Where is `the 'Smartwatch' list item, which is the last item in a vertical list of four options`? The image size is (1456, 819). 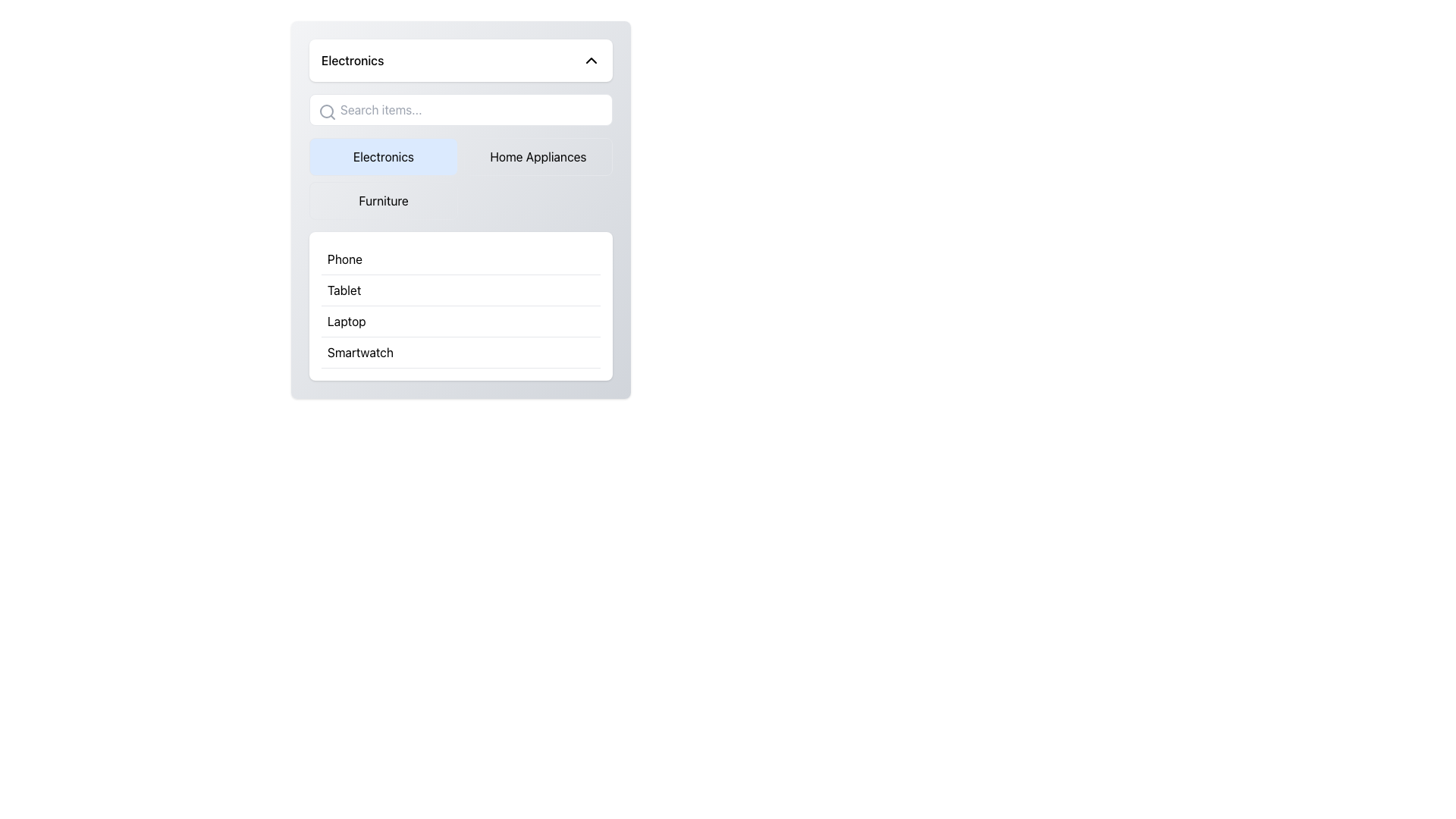 the 'Smartwatch' list item, which is the last item in a vertical list of four options is located at coordinates (460, 353).